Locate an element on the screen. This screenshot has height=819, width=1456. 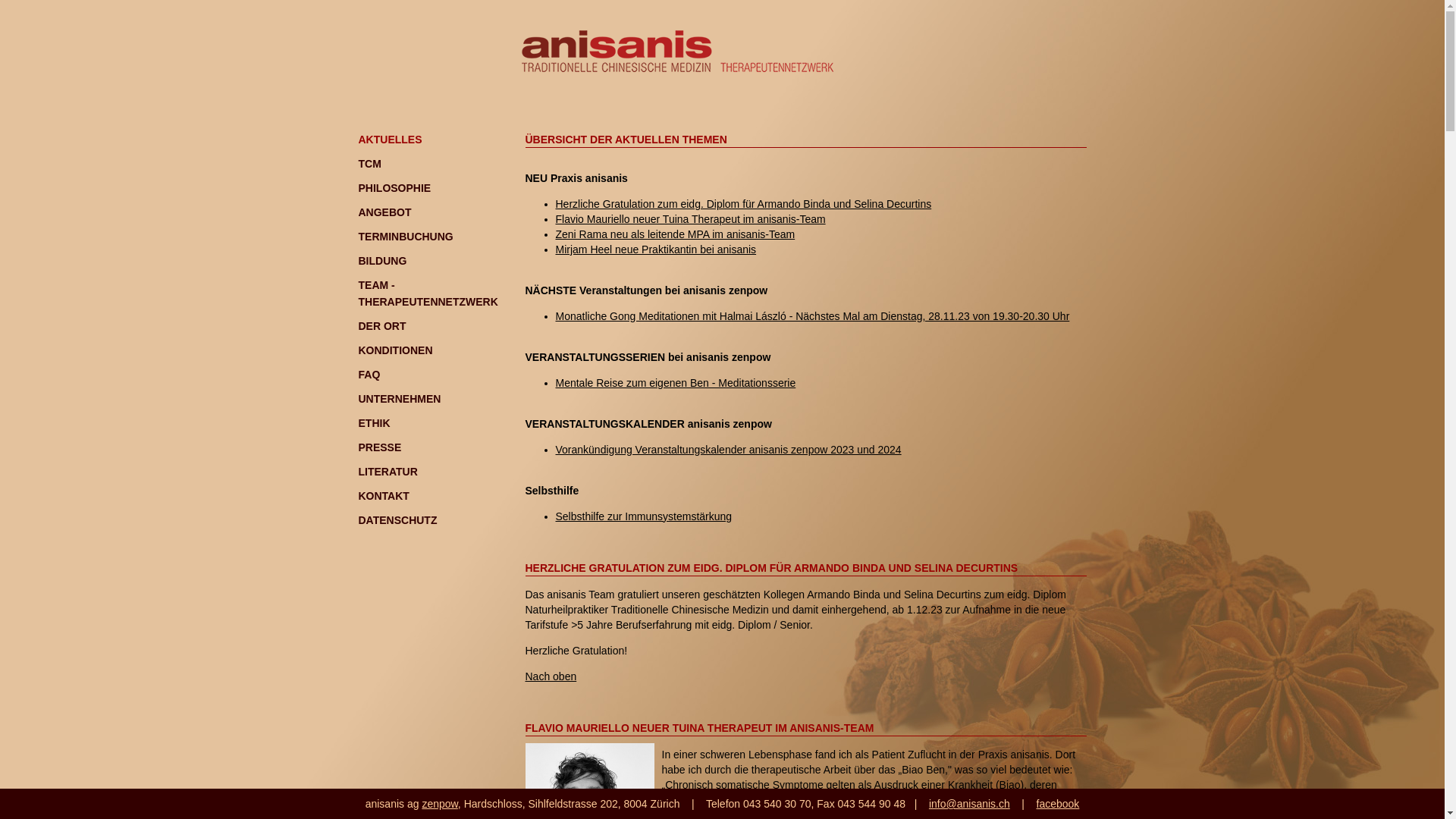
'ANGEBOT' is located at coordinates (384, 212).